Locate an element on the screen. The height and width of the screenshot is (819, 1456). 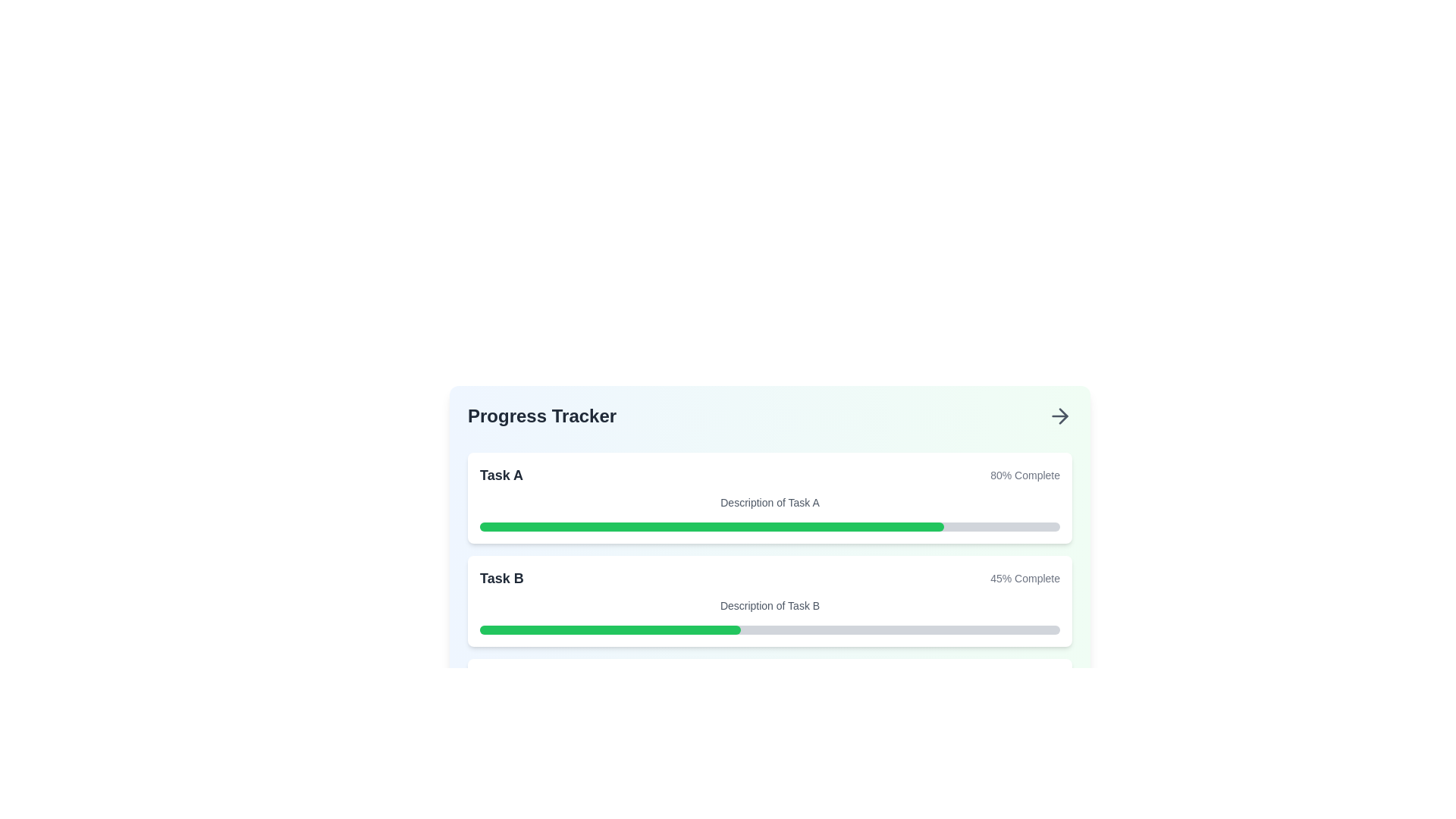
an individual progress card in the Progress Tracker List, which is located centrally within its card layout, below the 'Progress Tracker' header is located at coordinates (770, 601).